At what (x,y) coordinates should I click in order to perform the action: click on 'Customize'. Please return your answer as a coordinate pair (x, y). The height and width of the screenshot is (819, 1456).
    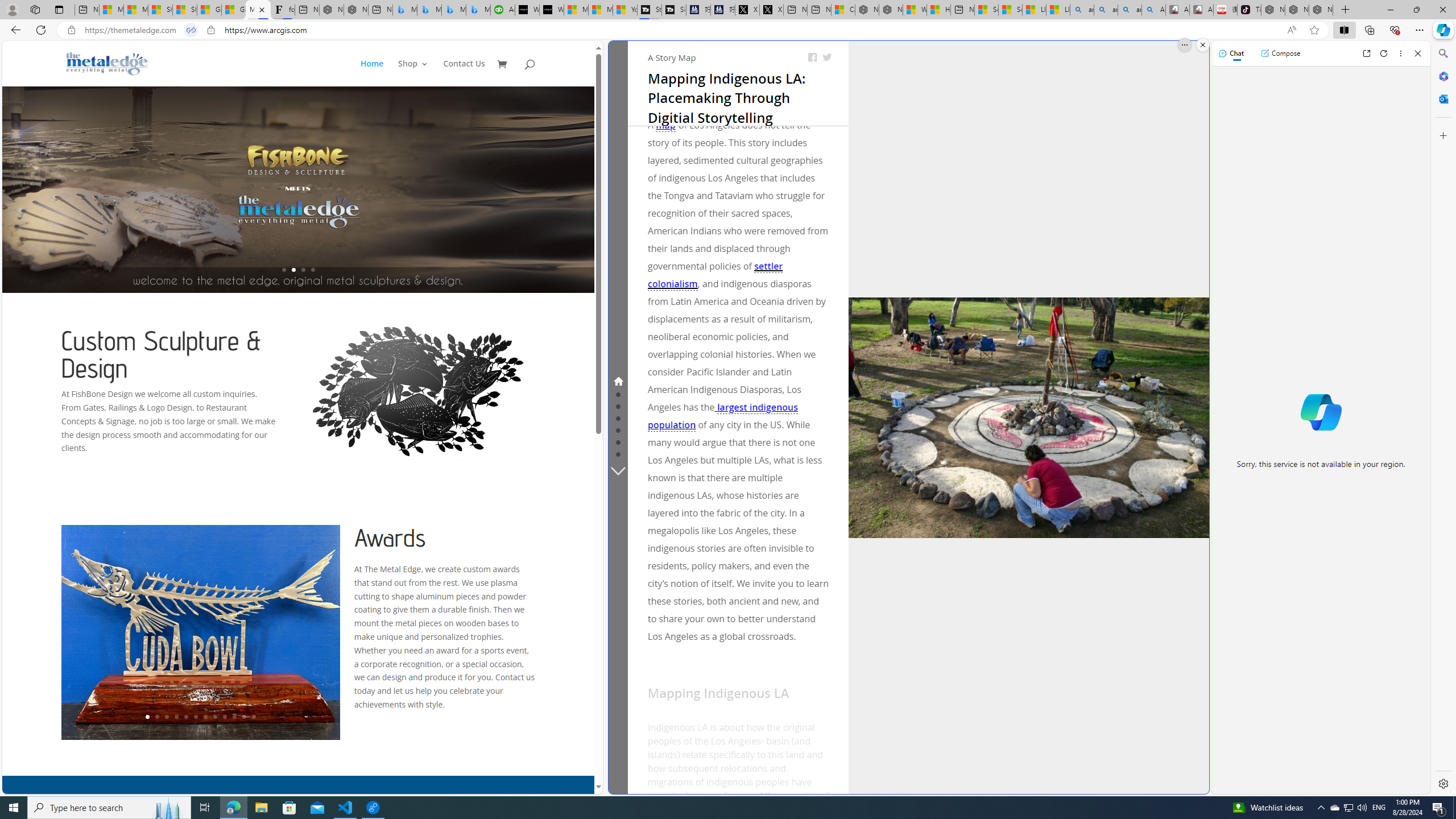
    Looking at the image, I should click on (1442, 135).